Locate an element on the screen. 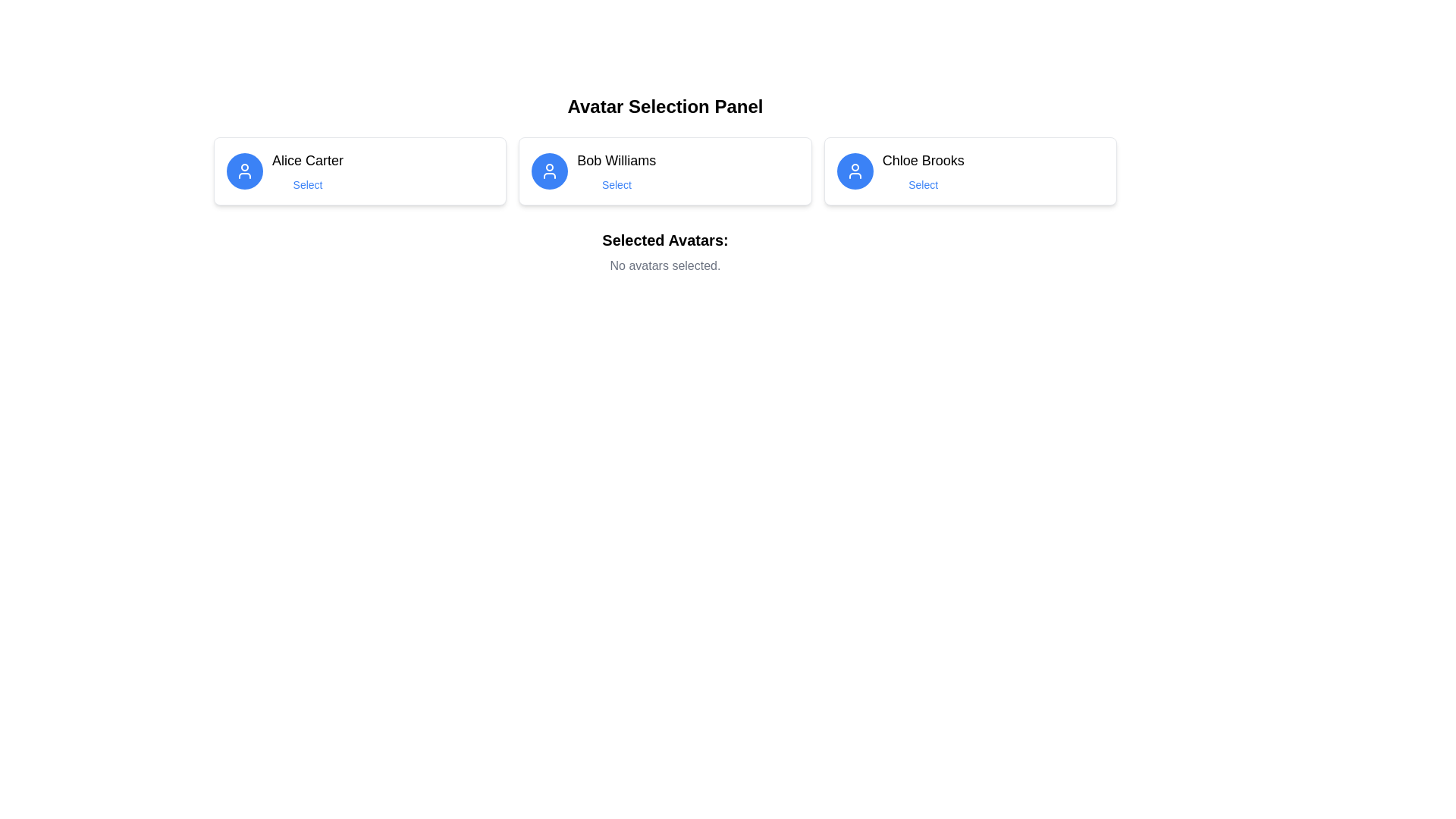  the user avatar icon, which is the first in a row of avatars, outlined in blue, above the label 'Alice Carter' is located at coordinates (244, 171).